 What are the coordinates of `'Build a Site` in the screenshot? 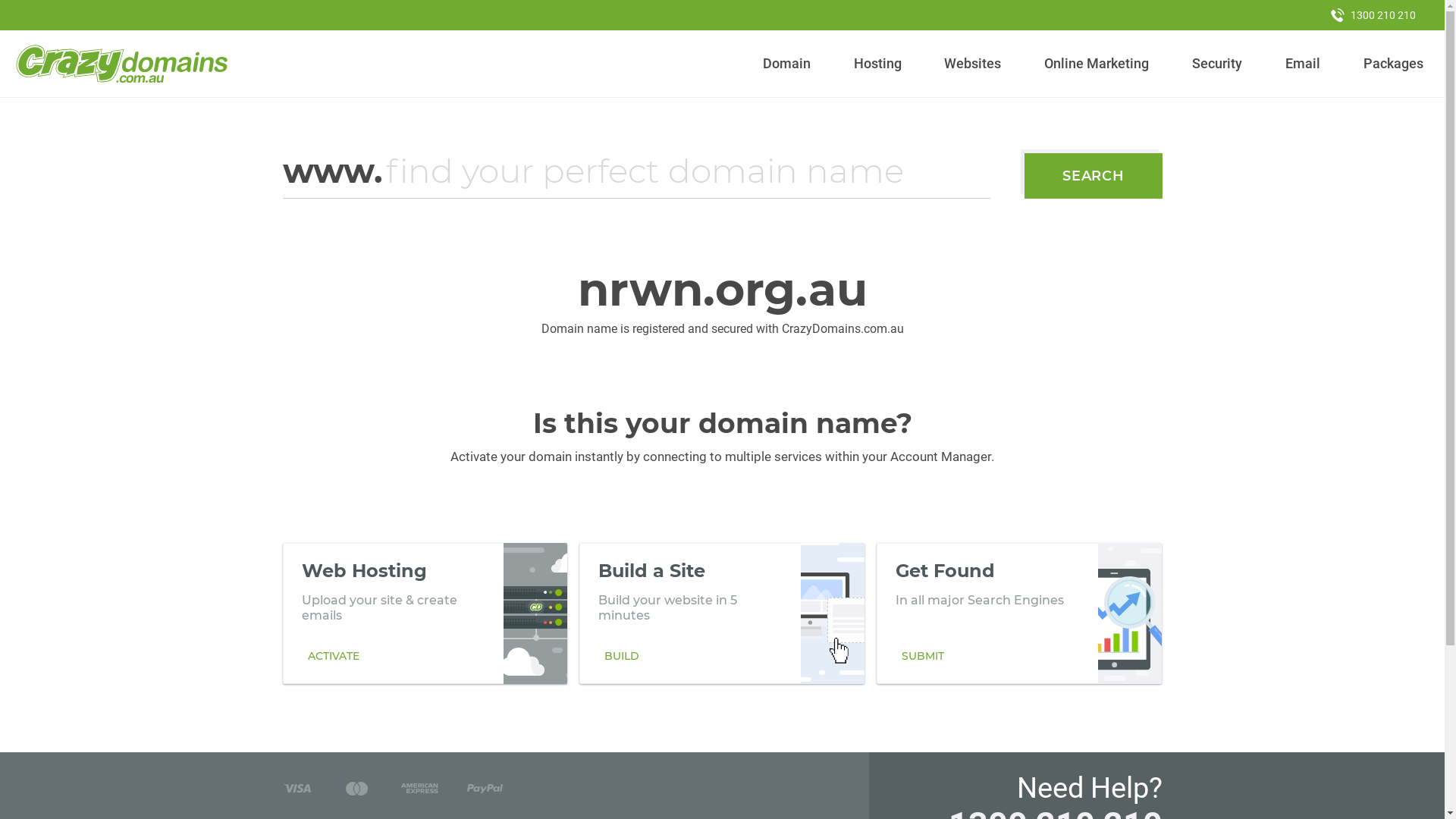 It's located at (720, 613).